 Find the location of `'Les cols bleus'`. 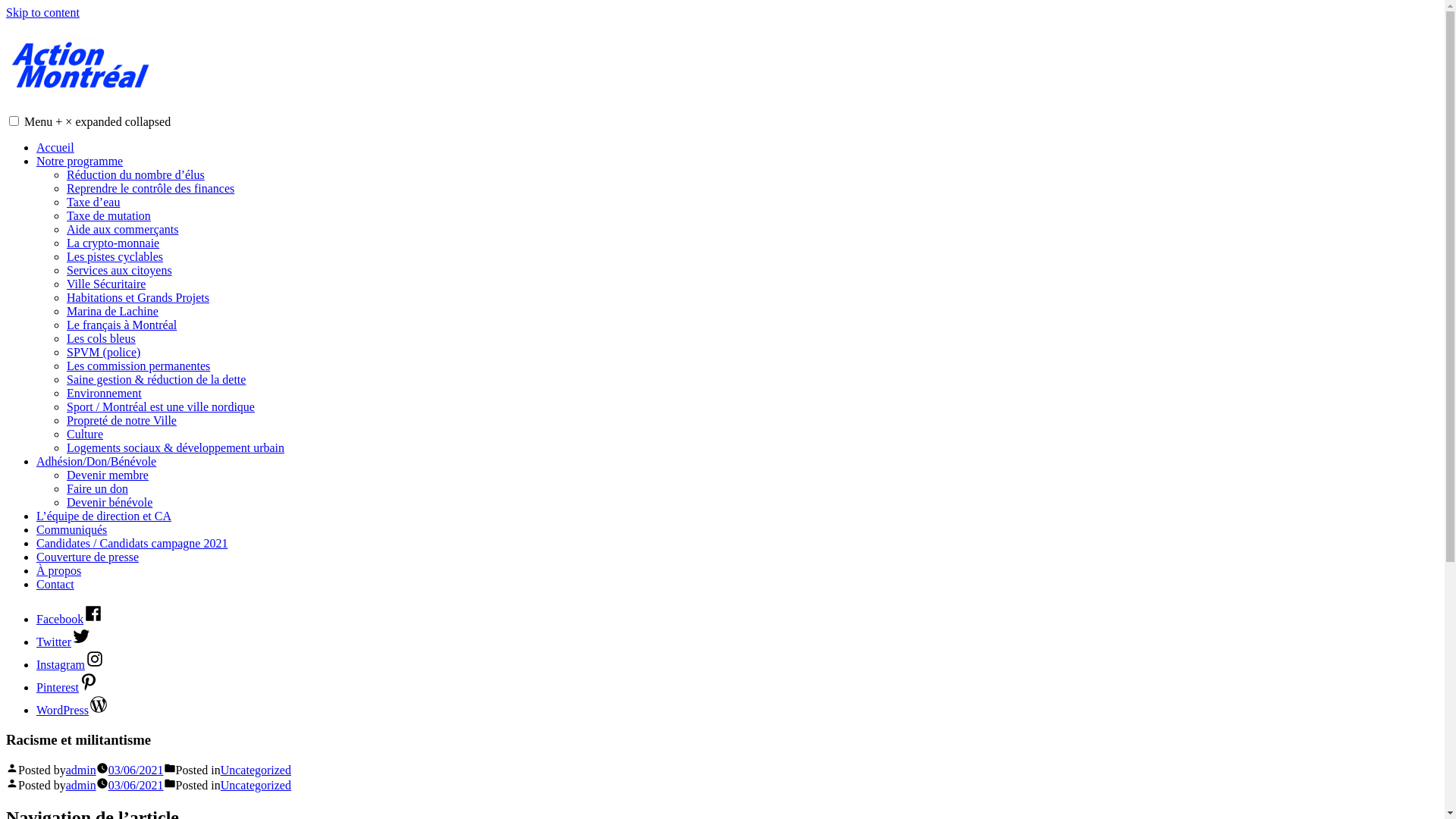

'Les cols bleus' is located at coordinates (100, 337).